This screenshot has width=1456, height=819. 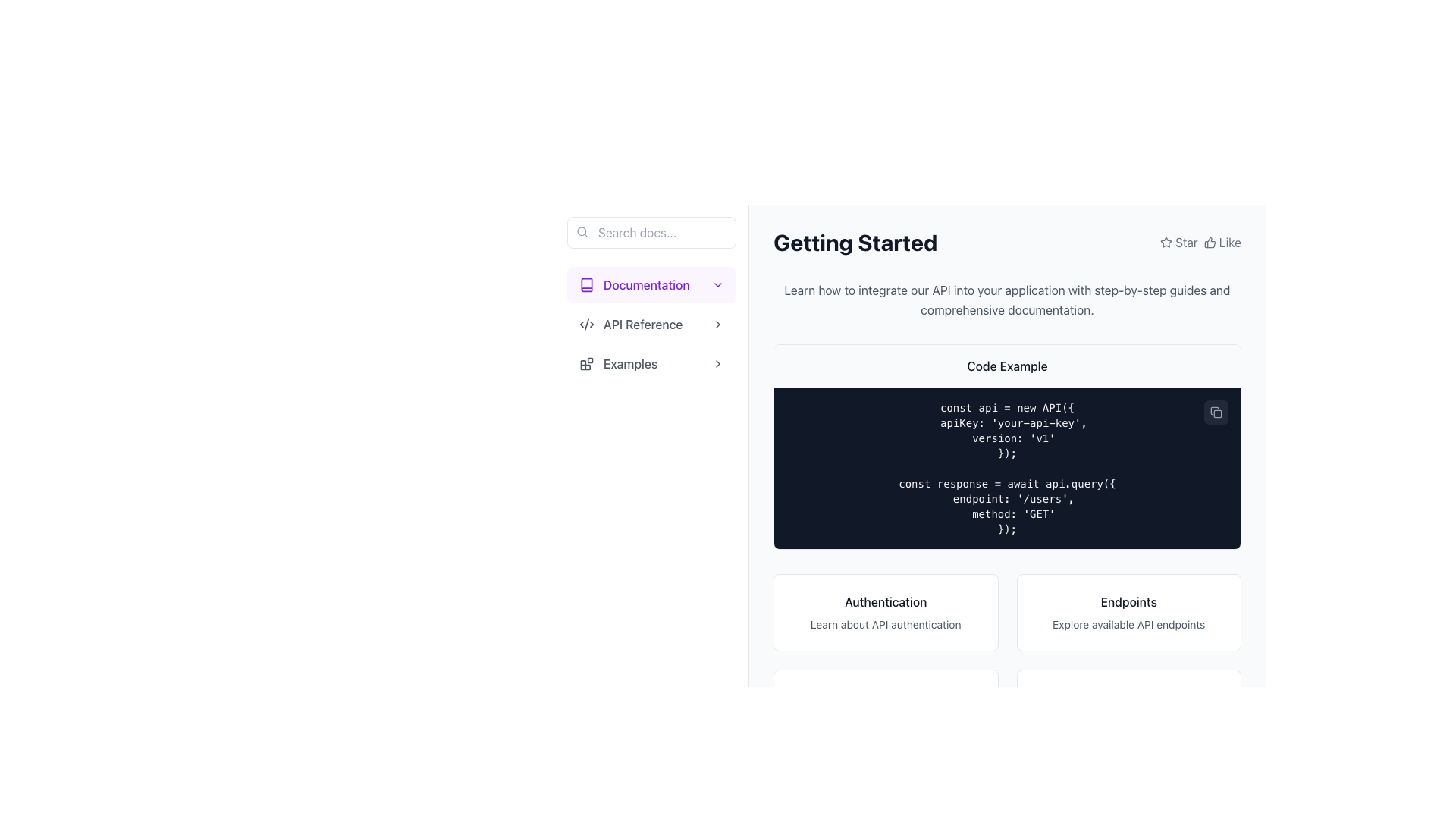 I want to click on the header element with the text 'Code Example' that is located within a bordered code block and has a light gray background, so click(x=1007, y=366).